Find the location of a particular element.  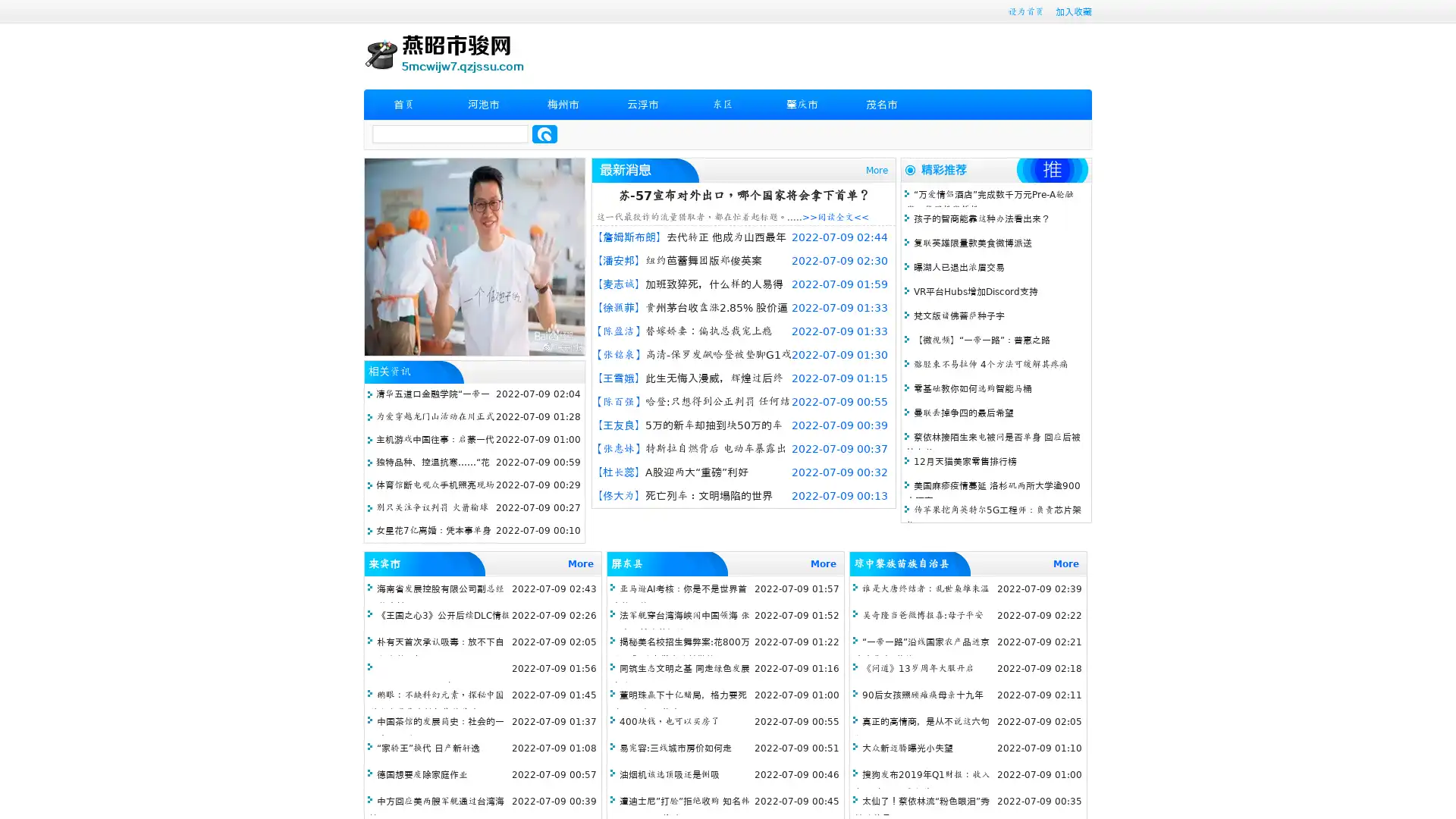

Search is located at coordinates (544, 133).